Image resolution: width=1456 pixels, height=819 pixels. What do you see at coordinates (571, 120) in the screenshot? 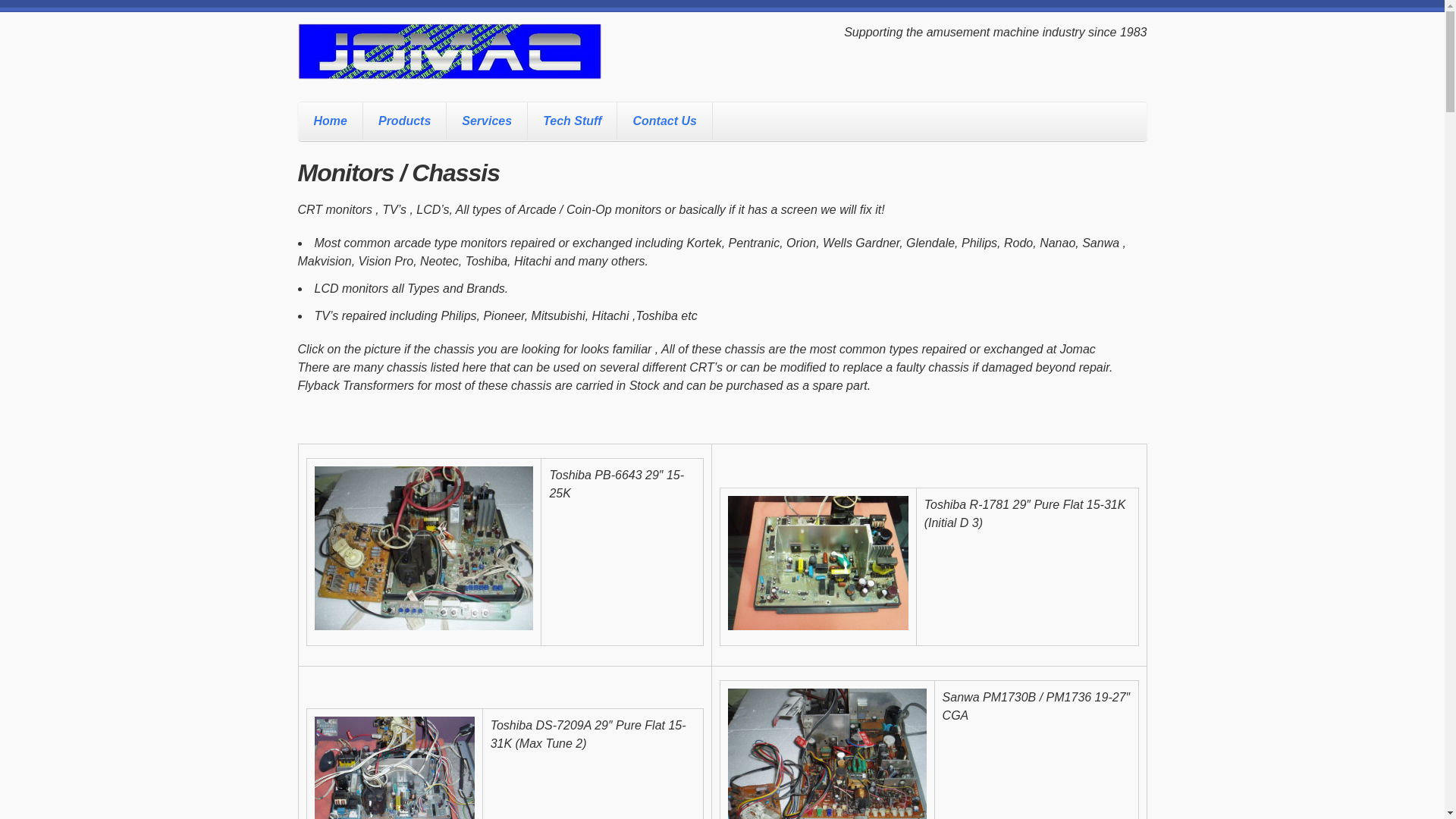
I see `'Tech Stuff'` at bounding box center [571, 120].